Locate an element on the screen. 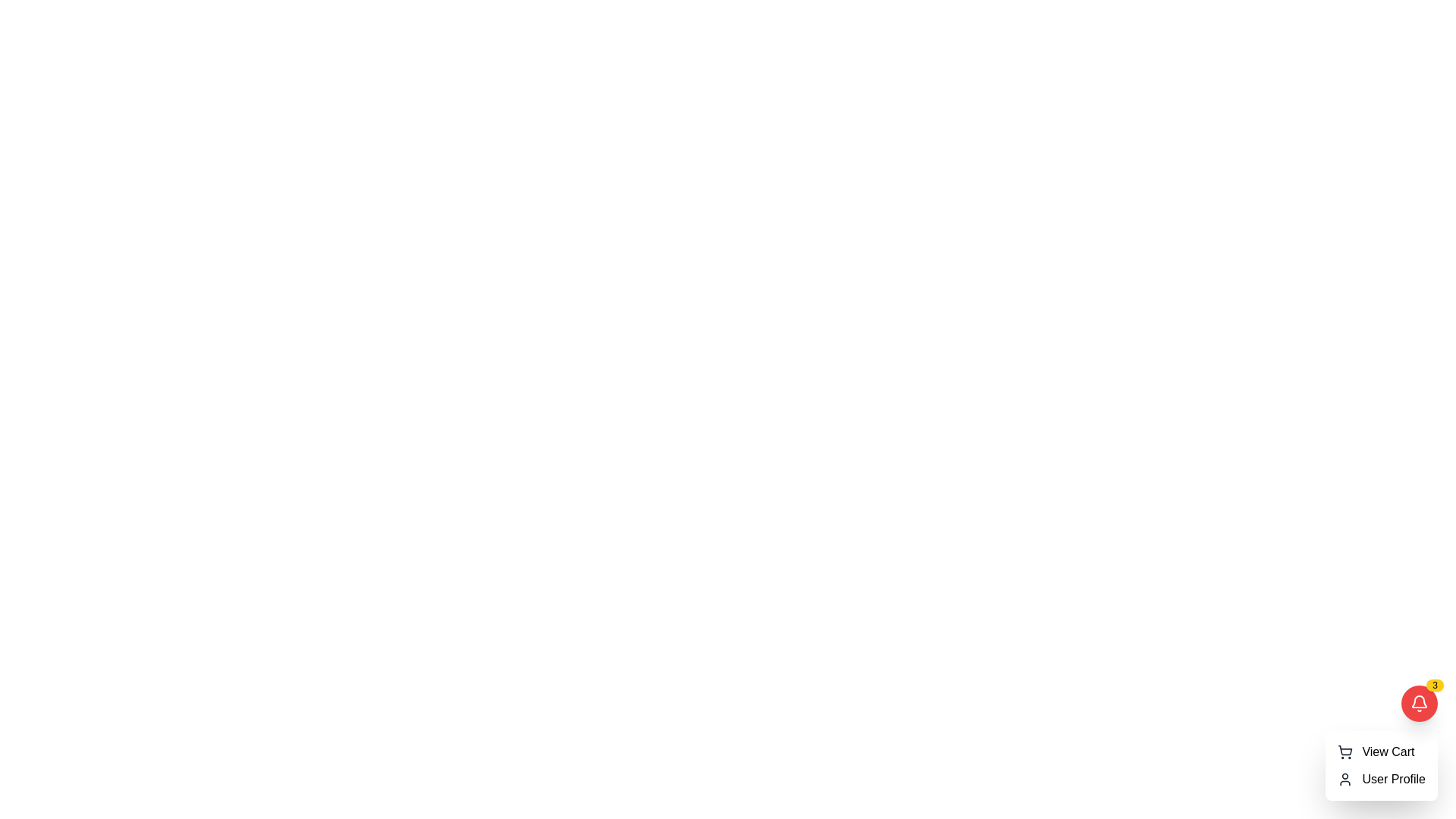  the Text Label that indicates user-related options located at the bottom-right corner of the interface, beneath the shopping cart and user profile icons is located at coordinates (1394, 780).